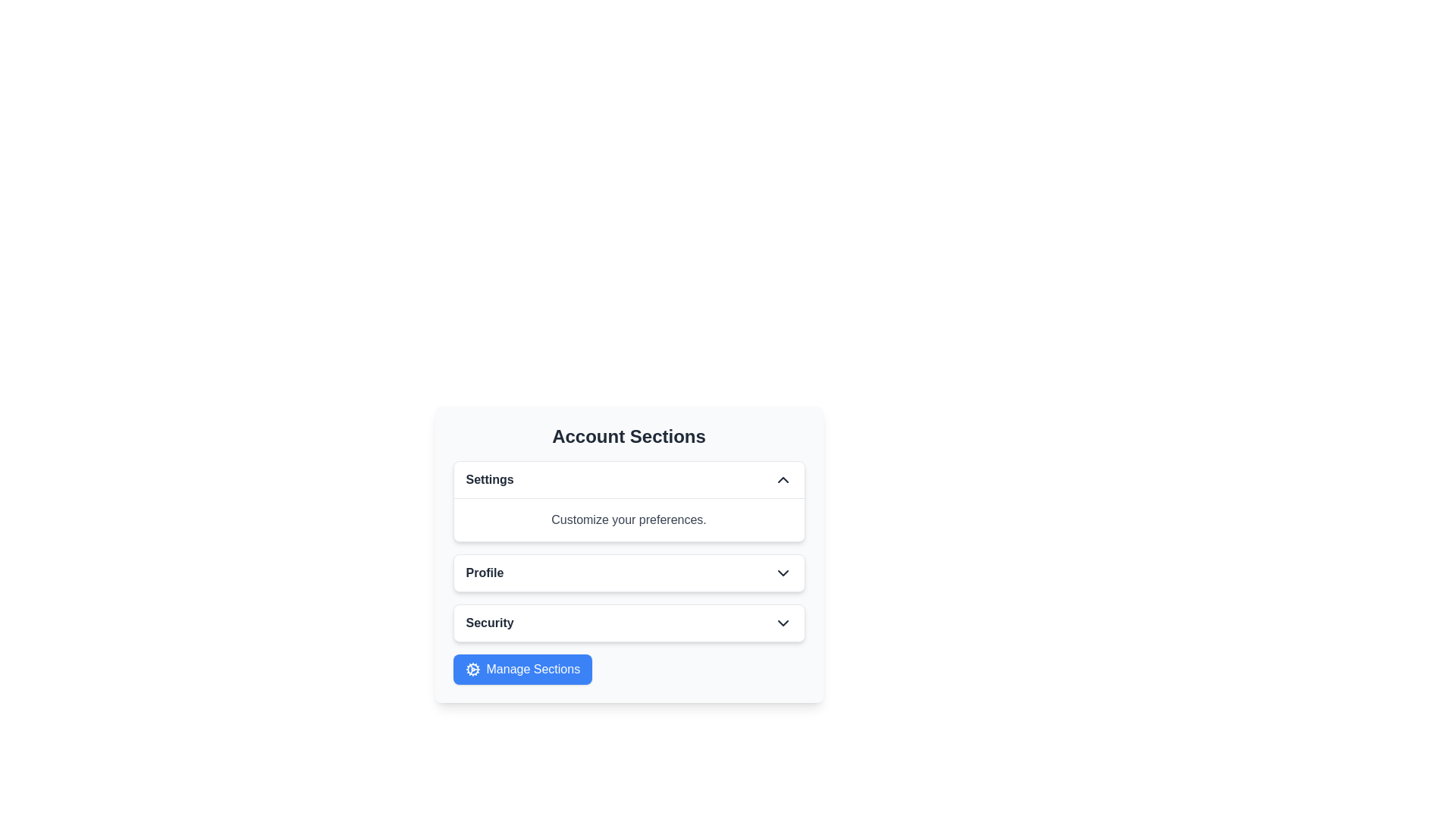  I want to click on text displayed in the text label that says 'Customize your preferences.' which is centrally located beneath the 'Settings' title in the 'Account Sections' menu, so click(629, 519).